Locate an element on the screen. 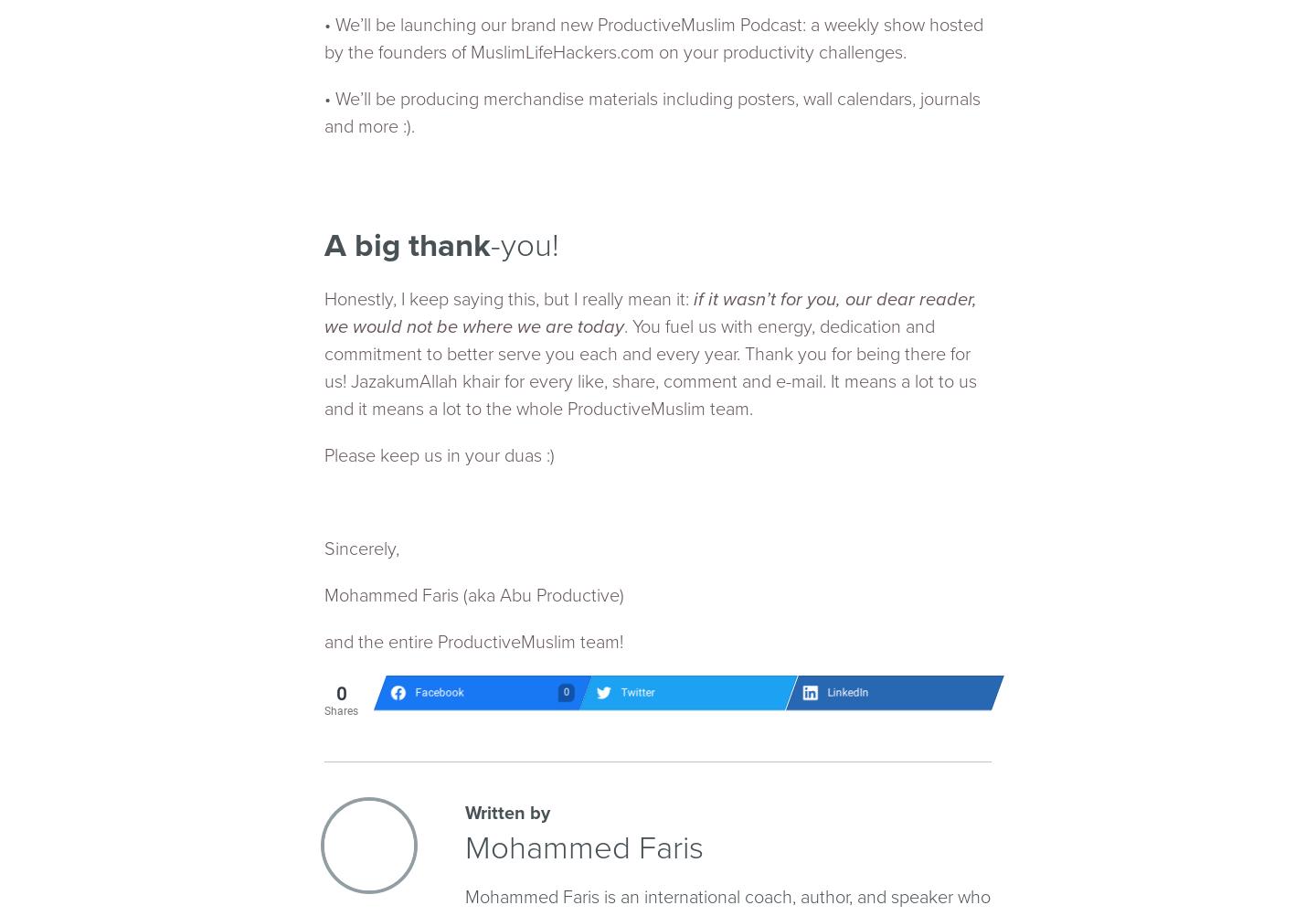  'Written by' is located at coordinates (464, 813).